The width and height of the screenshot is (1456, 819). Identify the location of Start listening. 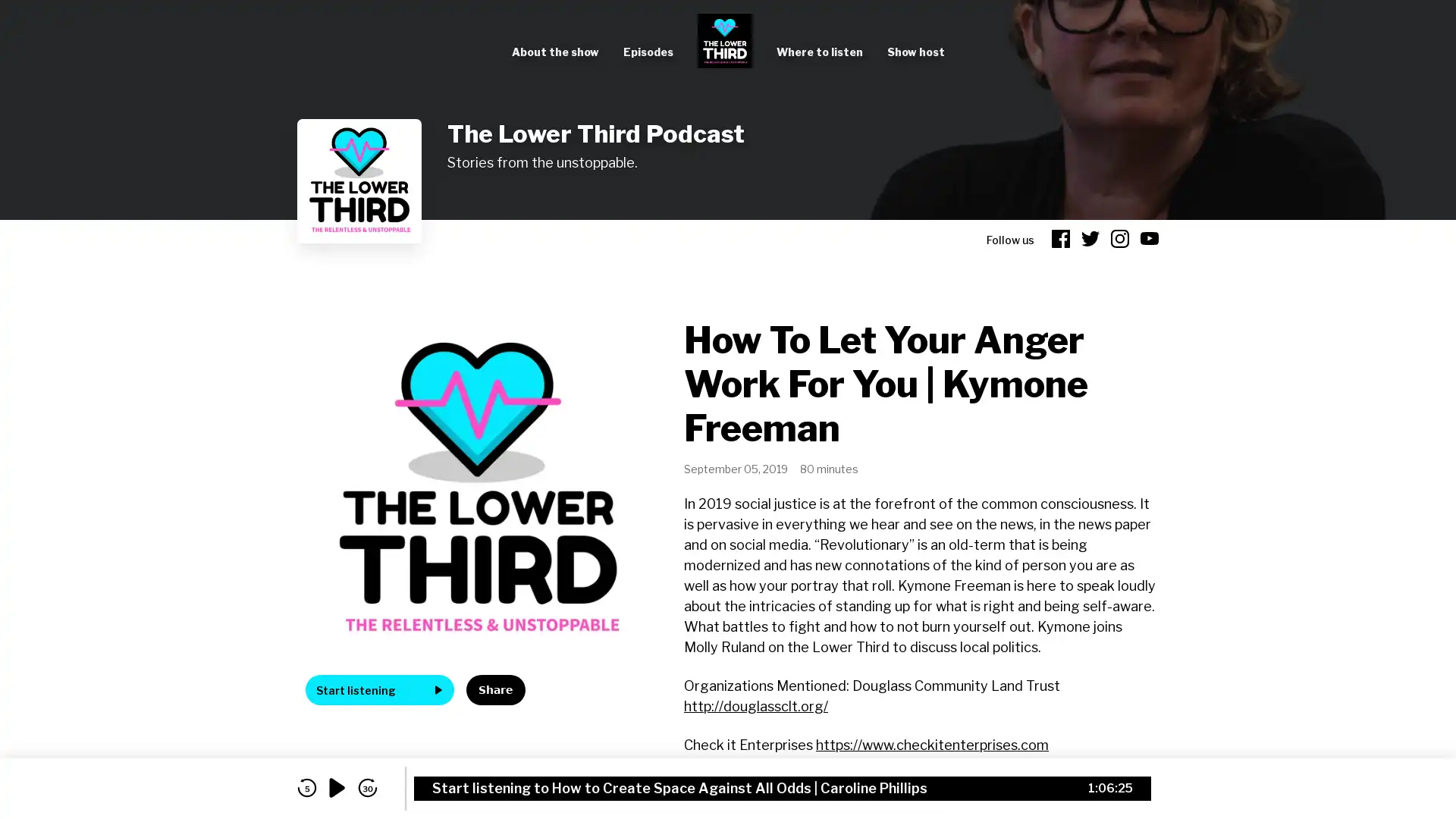
(379, 690).